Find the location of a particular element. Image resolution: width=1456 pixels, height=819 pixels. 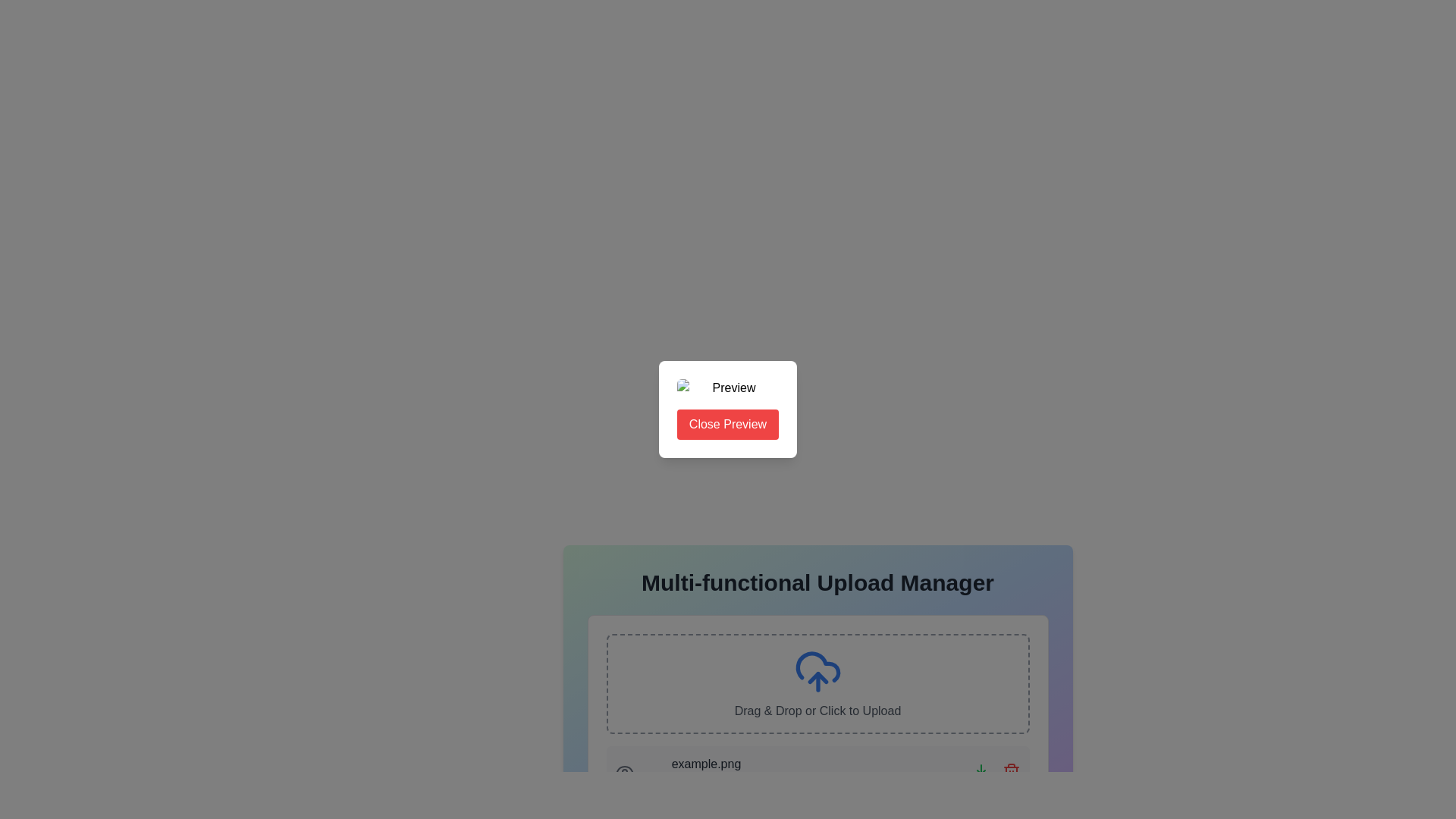

the trash can icon button on the far right side of the row of icons to observe the hover effect is located at coordinates (1011, 772).